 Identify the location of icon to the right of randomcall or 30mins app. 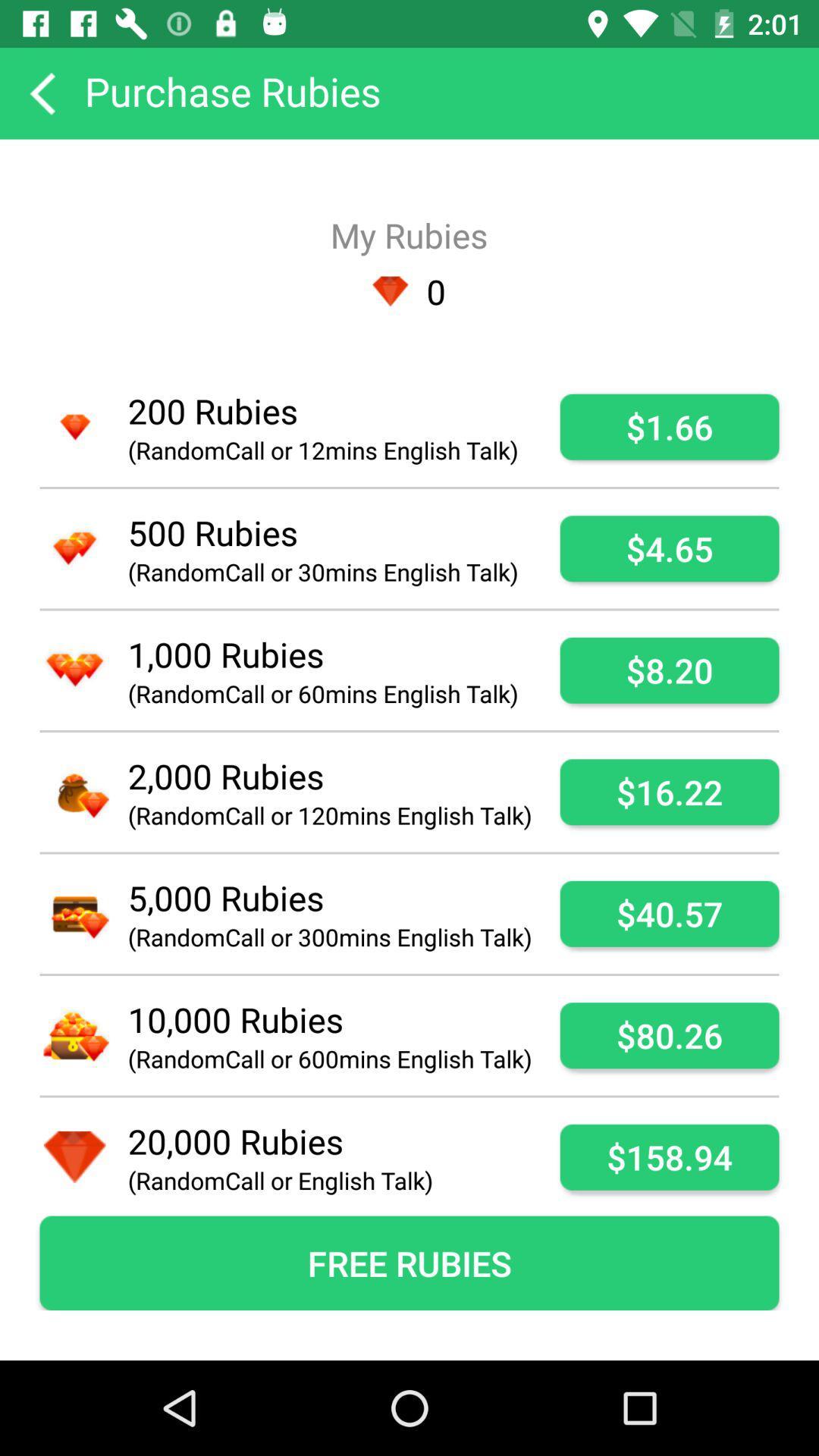
(669, 548).